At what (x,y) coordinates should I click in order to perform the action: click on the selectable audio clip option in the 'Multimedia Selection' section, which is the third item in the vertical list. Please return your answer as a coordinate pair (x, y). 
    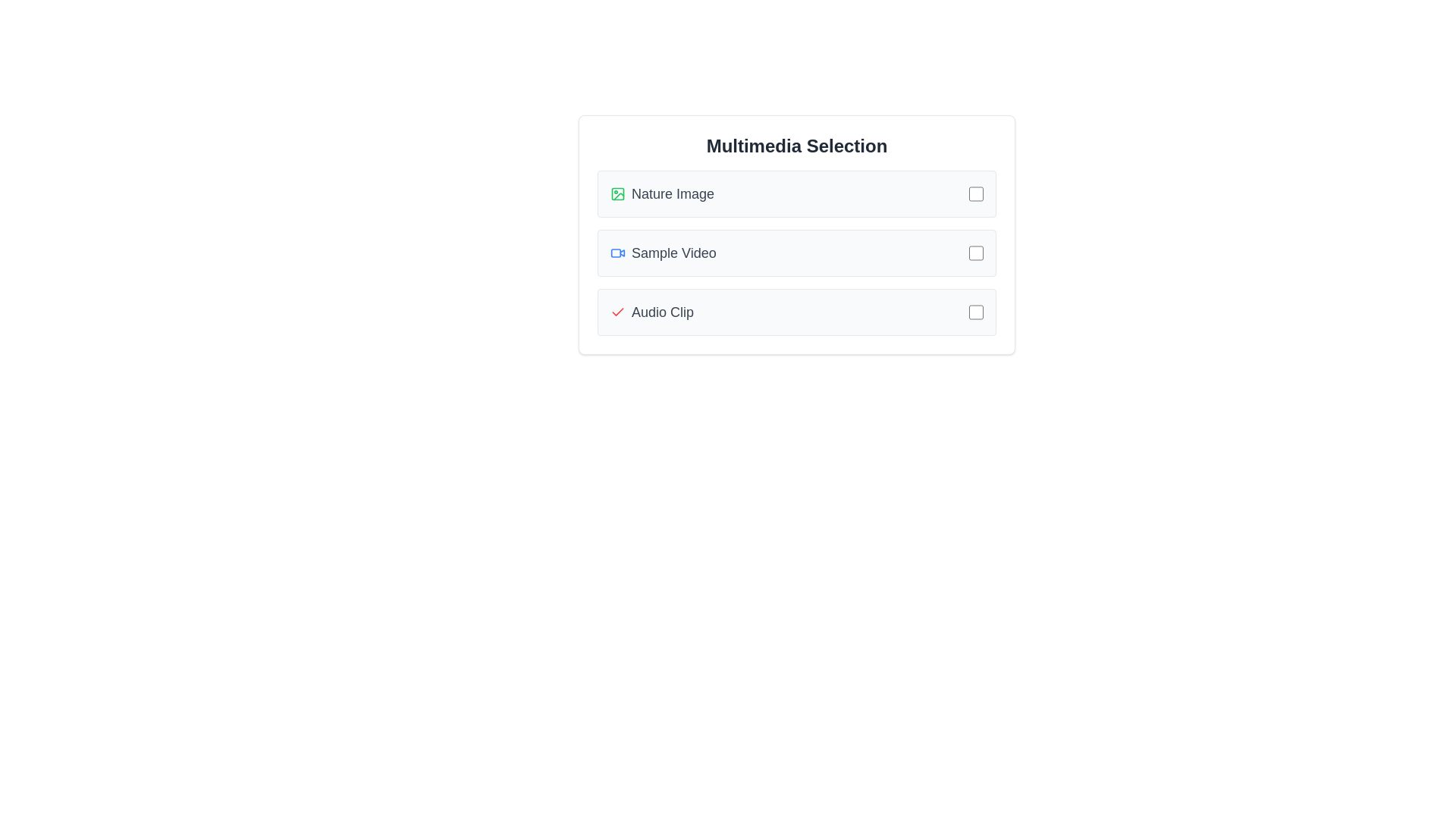
    Looking at the image, I should click on (789, 312).